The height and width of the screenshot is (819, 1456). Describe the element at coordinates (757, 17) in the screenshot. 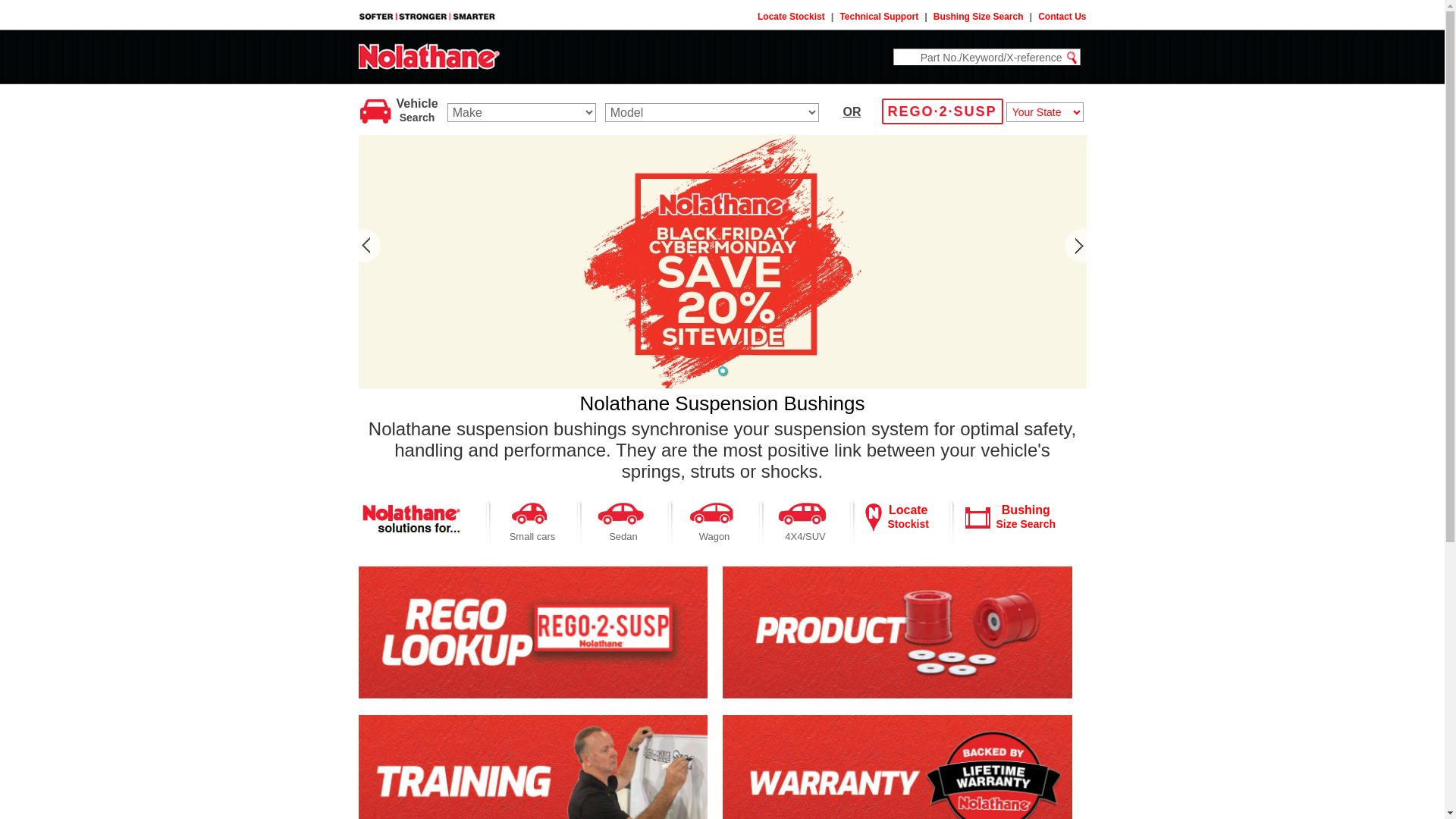

I see `'Locate Stockist'` at that location.